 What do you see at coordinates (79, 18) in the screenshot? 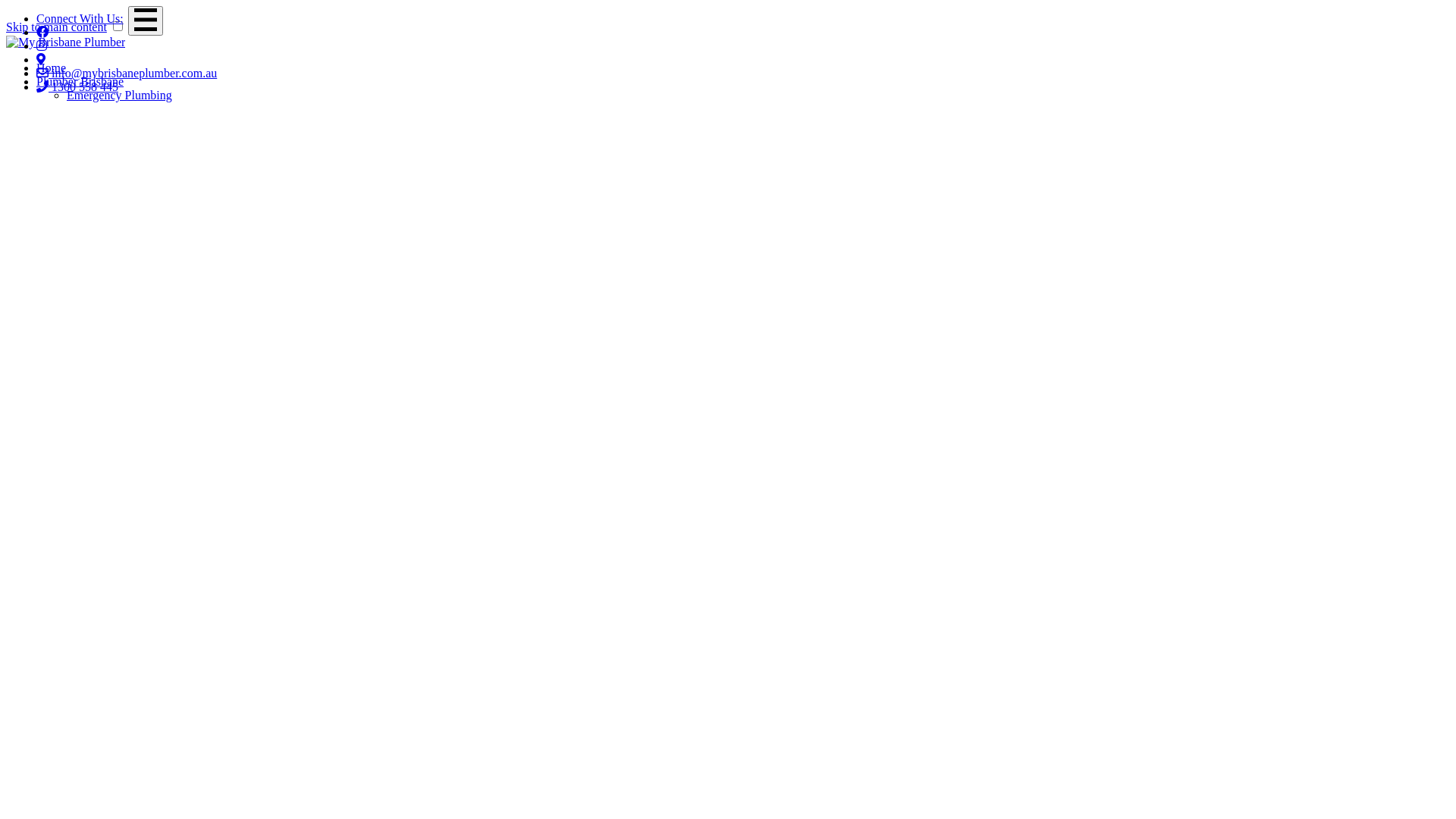
I see `'Connect With Us:'` at bounding box center [79, 18].